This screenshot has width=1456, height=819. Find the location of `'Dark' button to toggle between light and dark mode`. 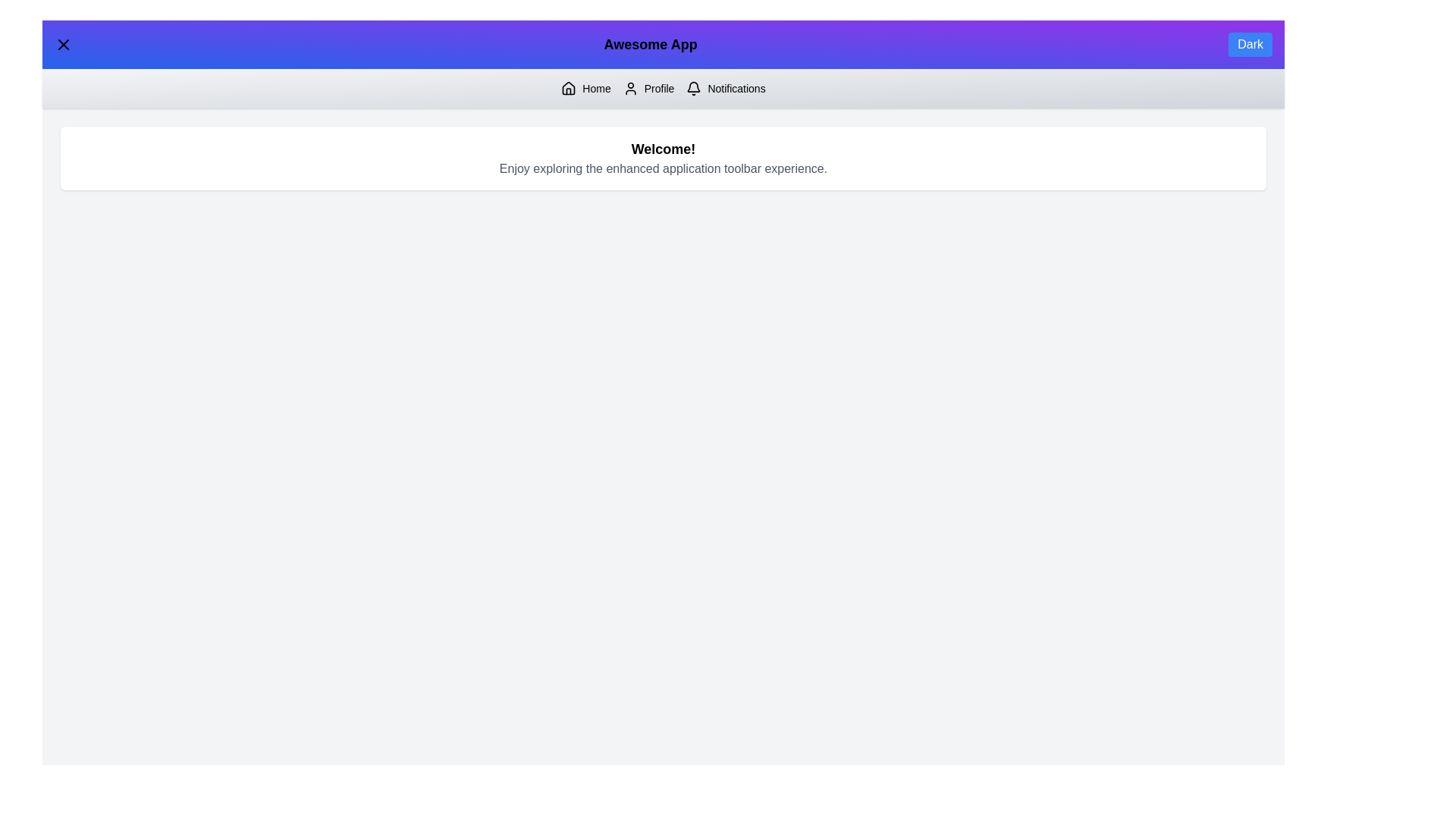

'Dark' button to toggle between light and dark mode is located at coordinates (1250, 43).